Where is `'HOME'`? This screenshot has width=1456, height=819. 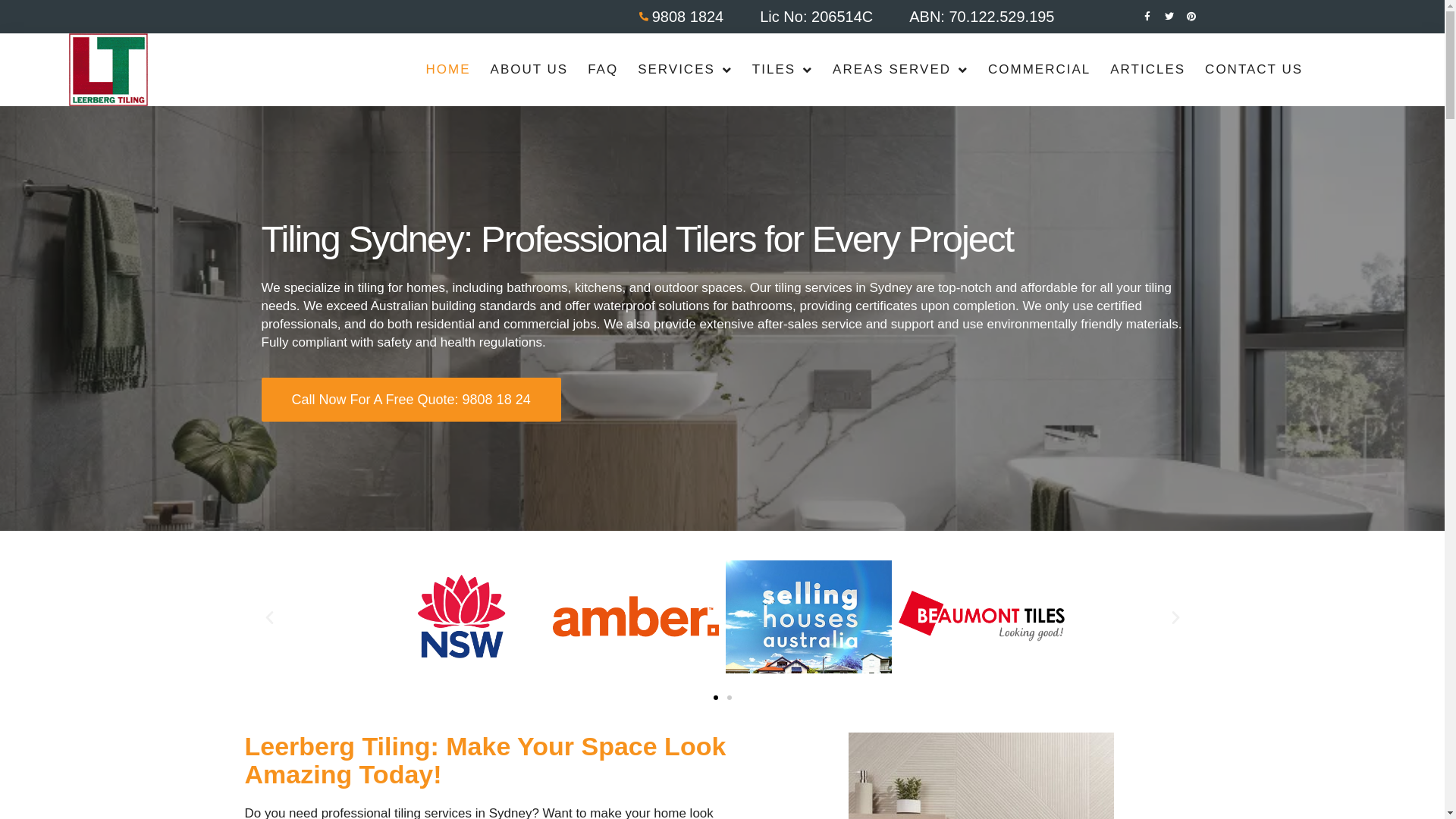 'HOME' is located at coordinates (447, 70).